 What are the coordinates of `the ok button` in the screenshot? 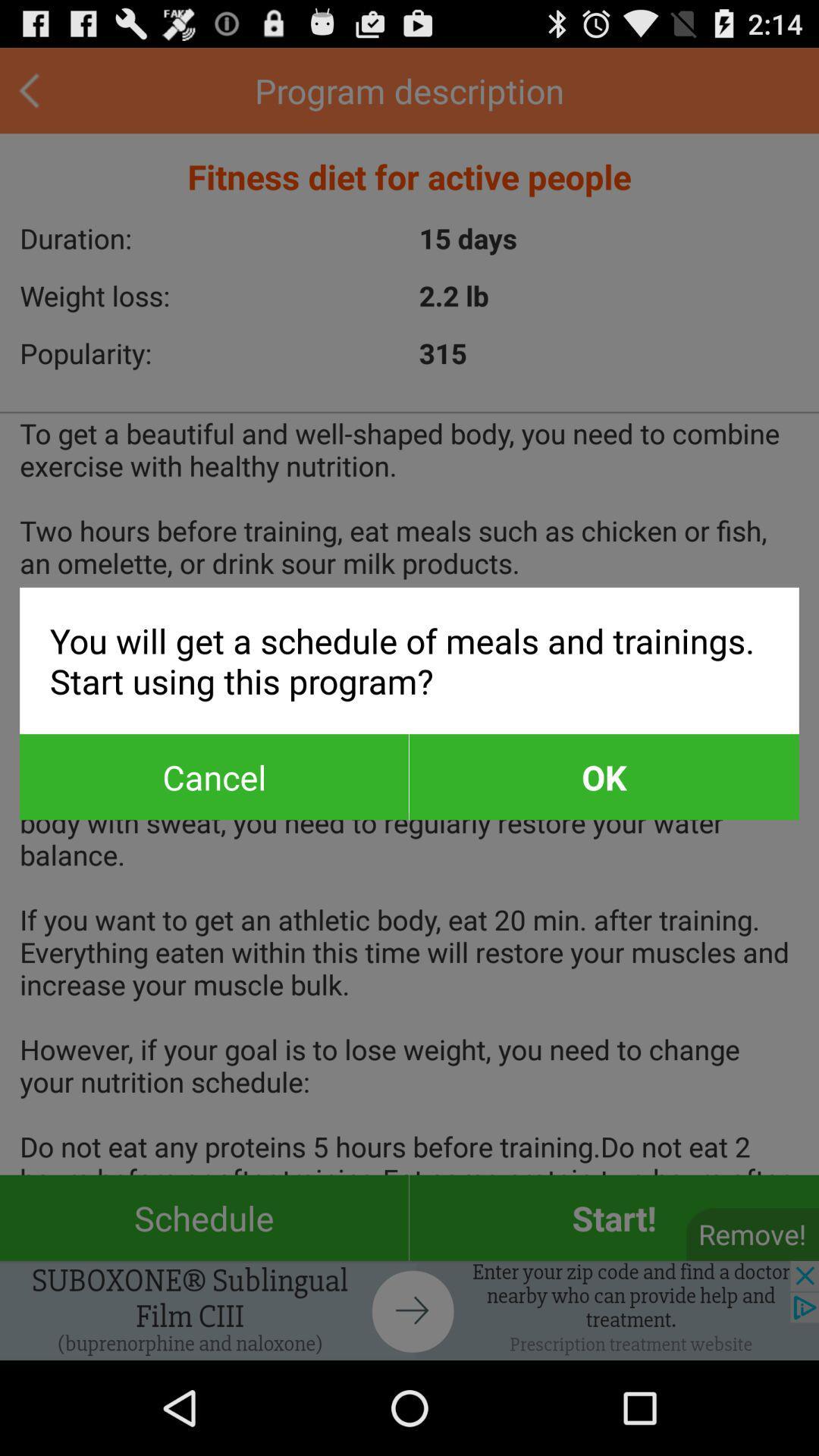 It's located at (603, 777).